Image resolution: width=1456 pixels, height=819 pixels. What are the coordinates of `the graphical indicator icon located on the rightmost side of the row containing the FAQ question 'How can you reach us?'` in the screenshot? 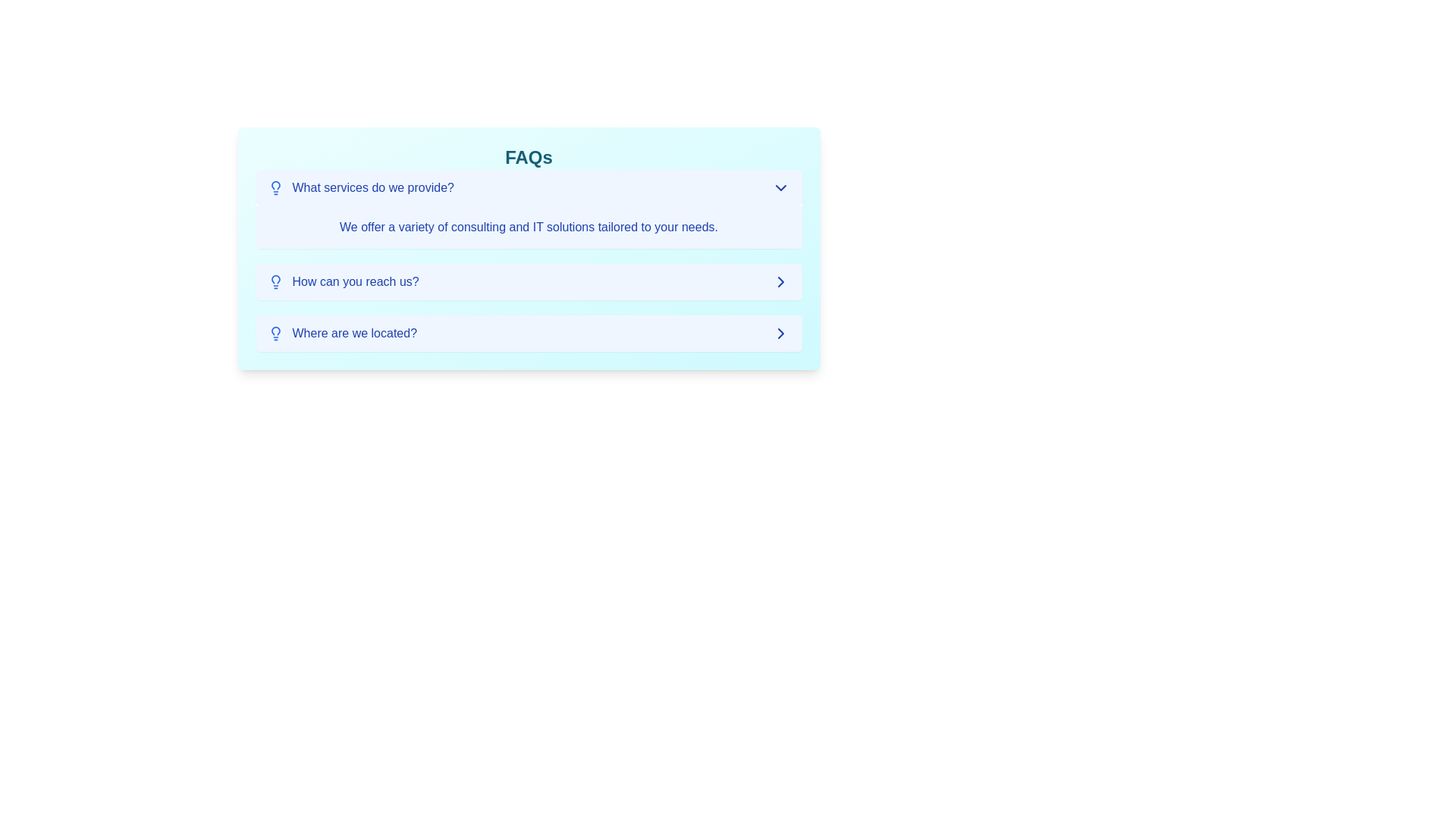 It's located at (780, 281).